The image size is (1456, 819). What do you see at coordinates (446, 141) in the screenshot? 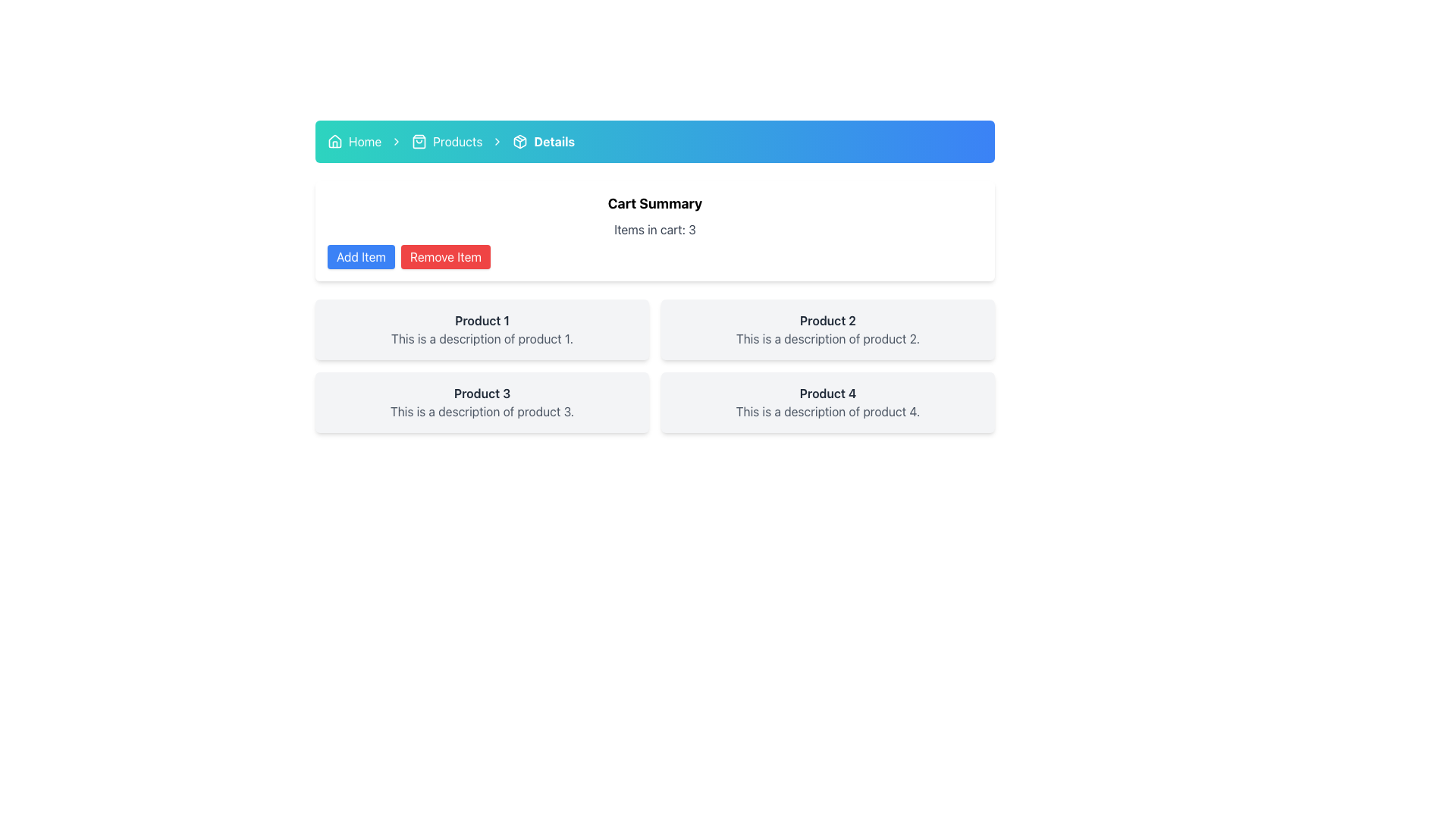
I see `the 'Products' breadcrumb segment, which is the second item in the breadcrumb navigation bar between 'Home' and 'Details'` at bounding box center [446, 141].